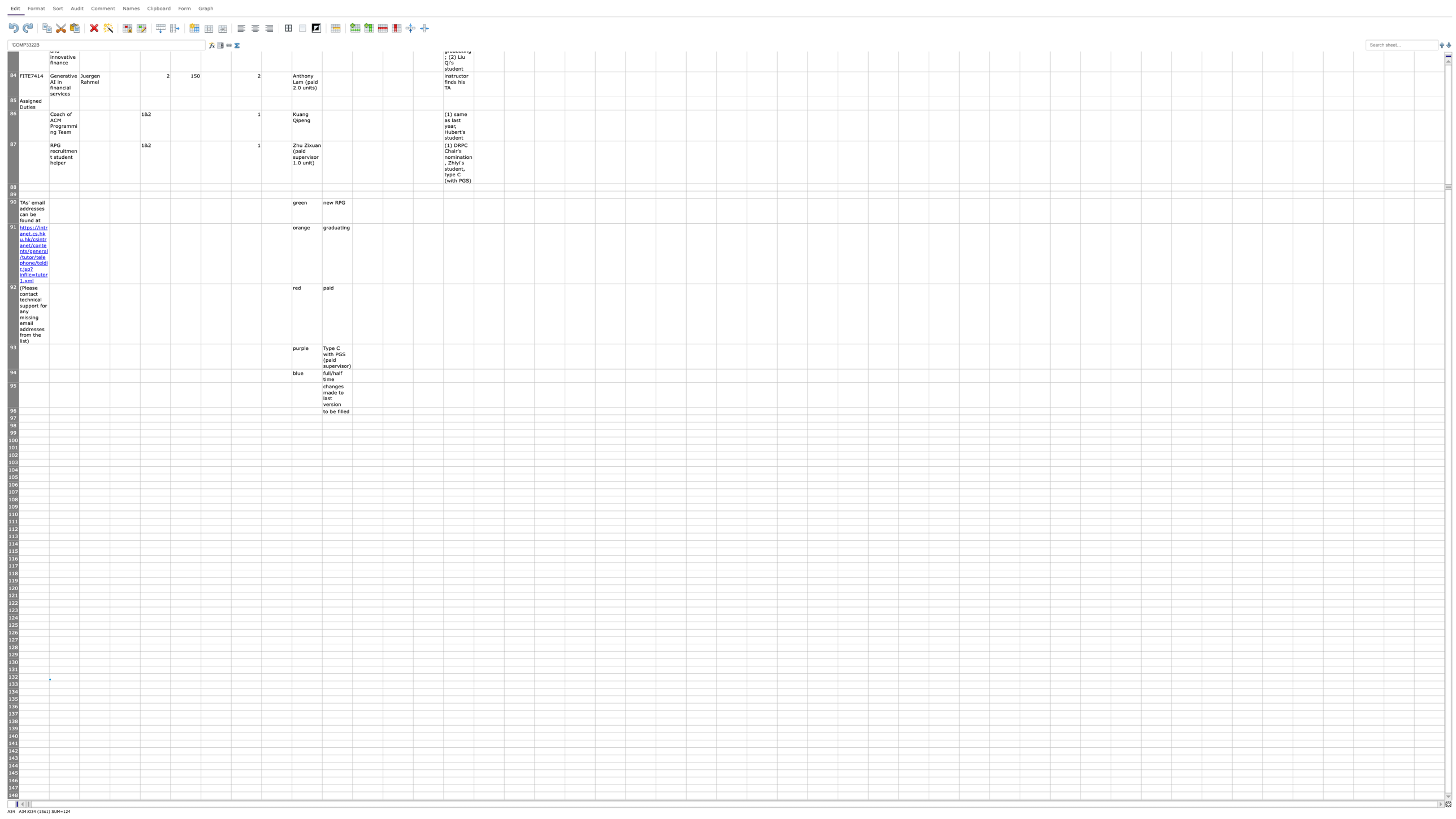 This screenshot has width=1456, height=819. Describe the element at coordinates (13, 695) in the screenshot. I see `the bottom edge of header of row 134, for next step resizing the row` at that location.